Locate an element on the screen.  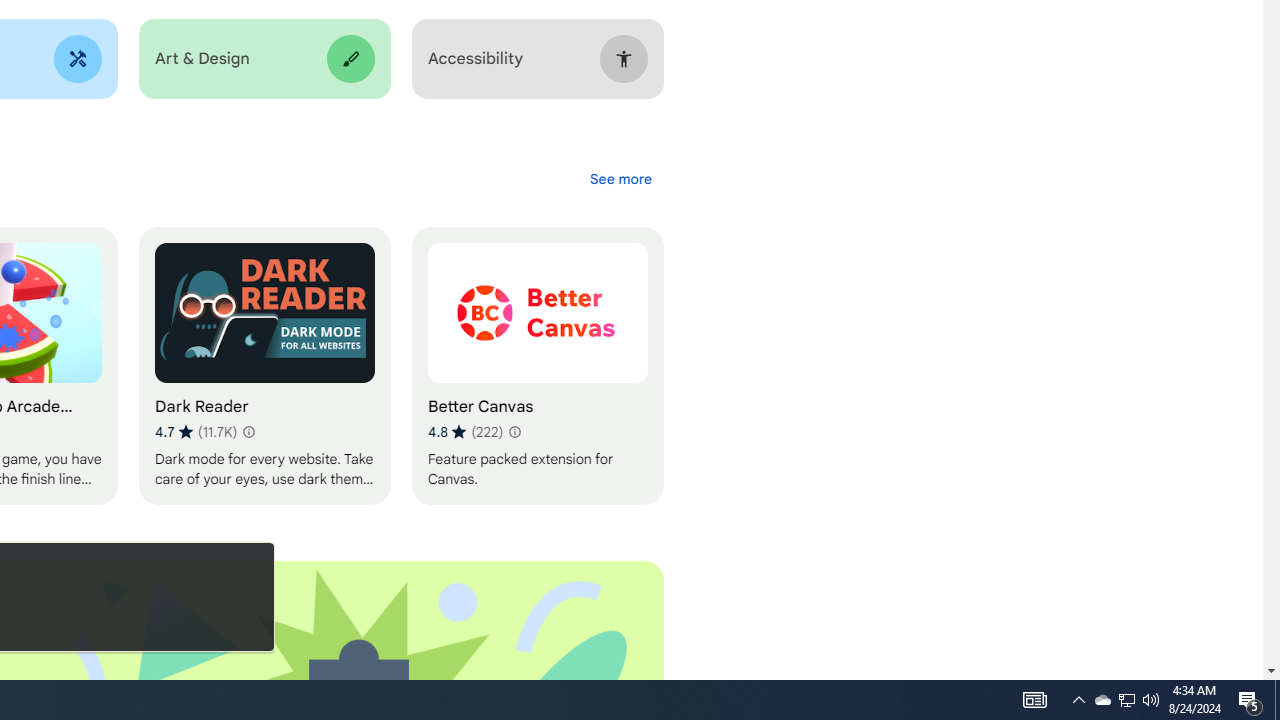
'Average rating 4.8 out of 5 stars. 222 ratings.' is located at coordinates (464, 431).